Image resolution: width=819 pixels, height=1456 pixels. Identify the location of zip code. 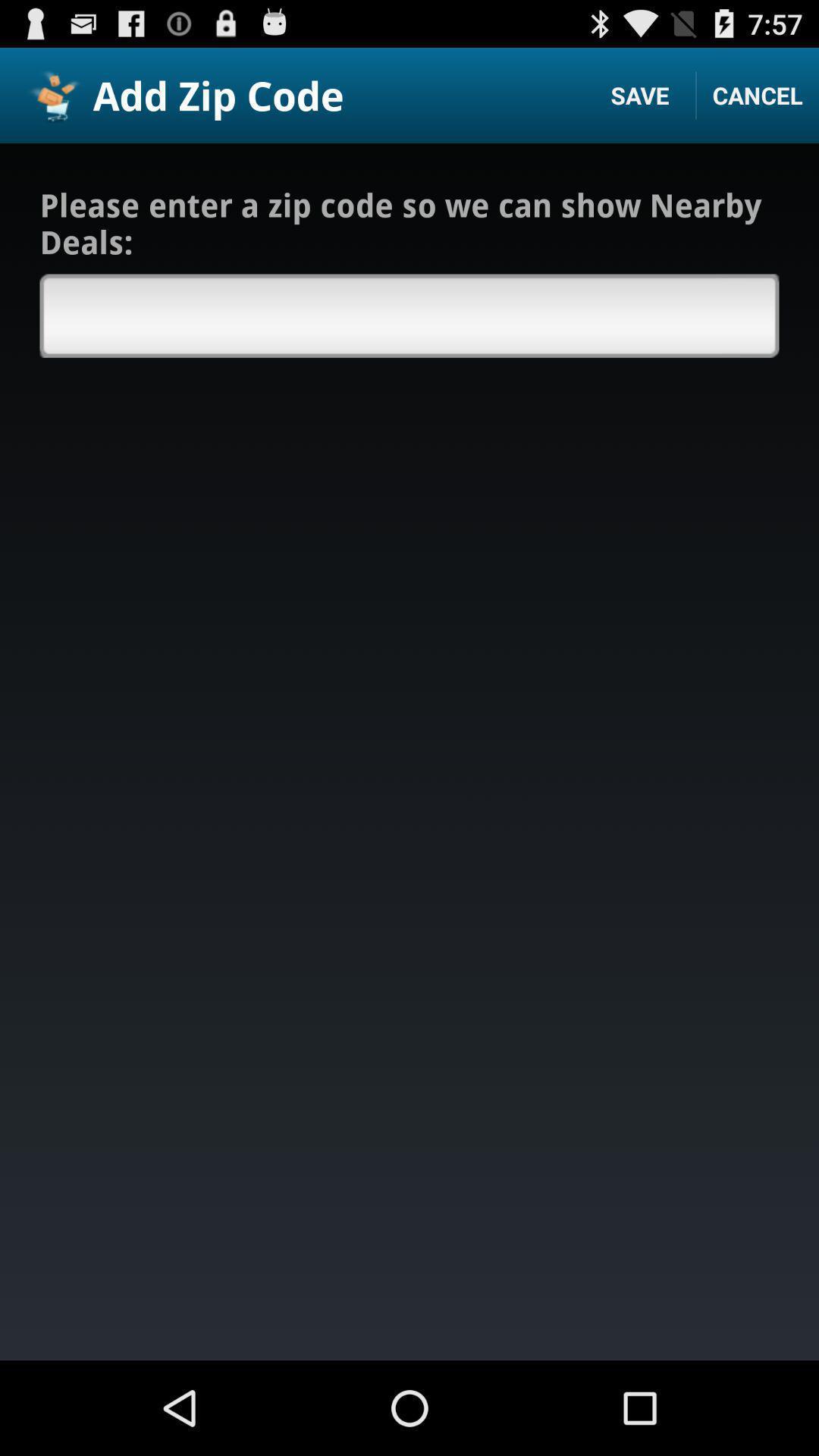
(409, 315).